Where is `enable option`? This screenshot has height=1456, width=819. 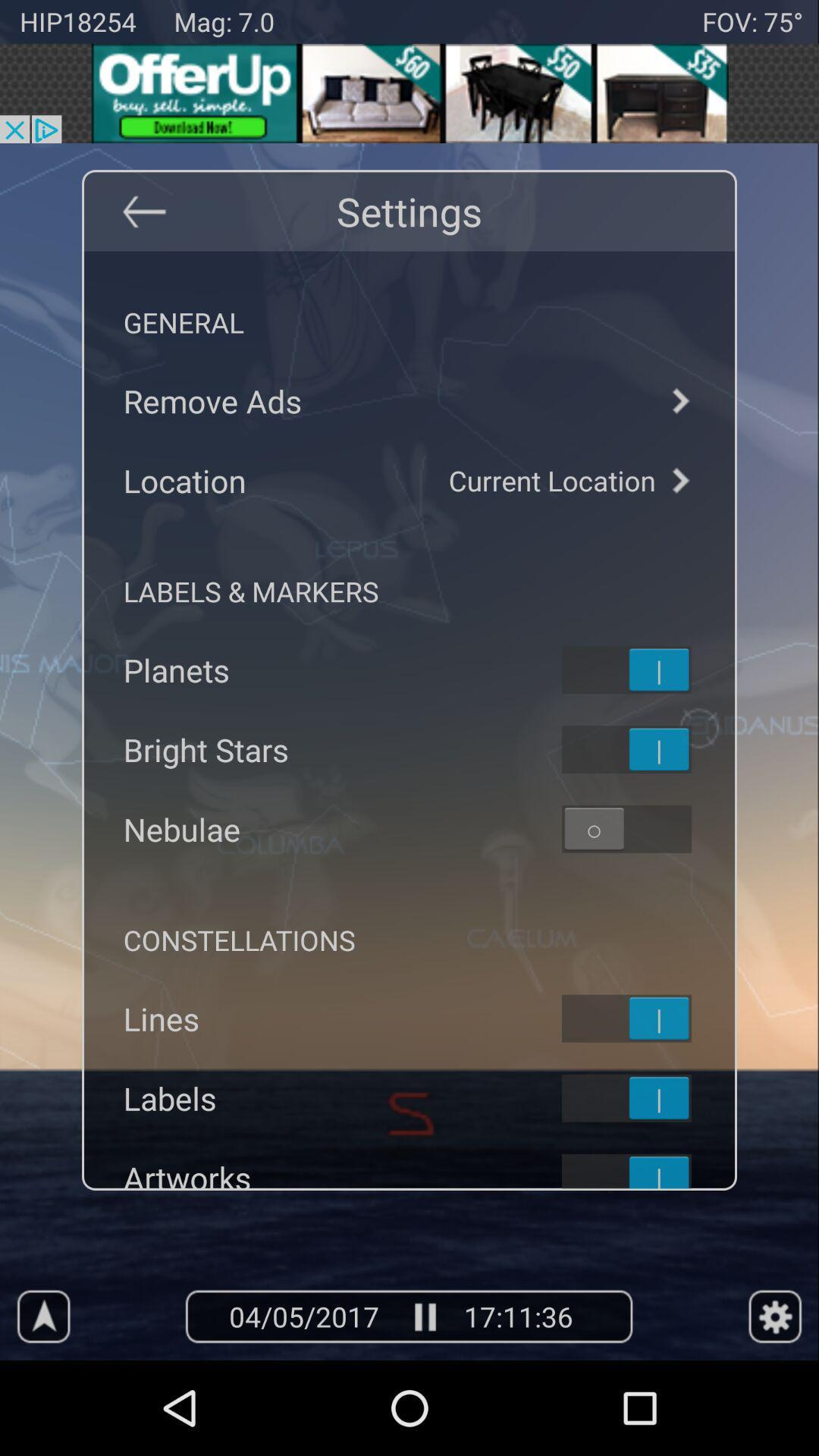
enable option is located at coordinates (646, 828).